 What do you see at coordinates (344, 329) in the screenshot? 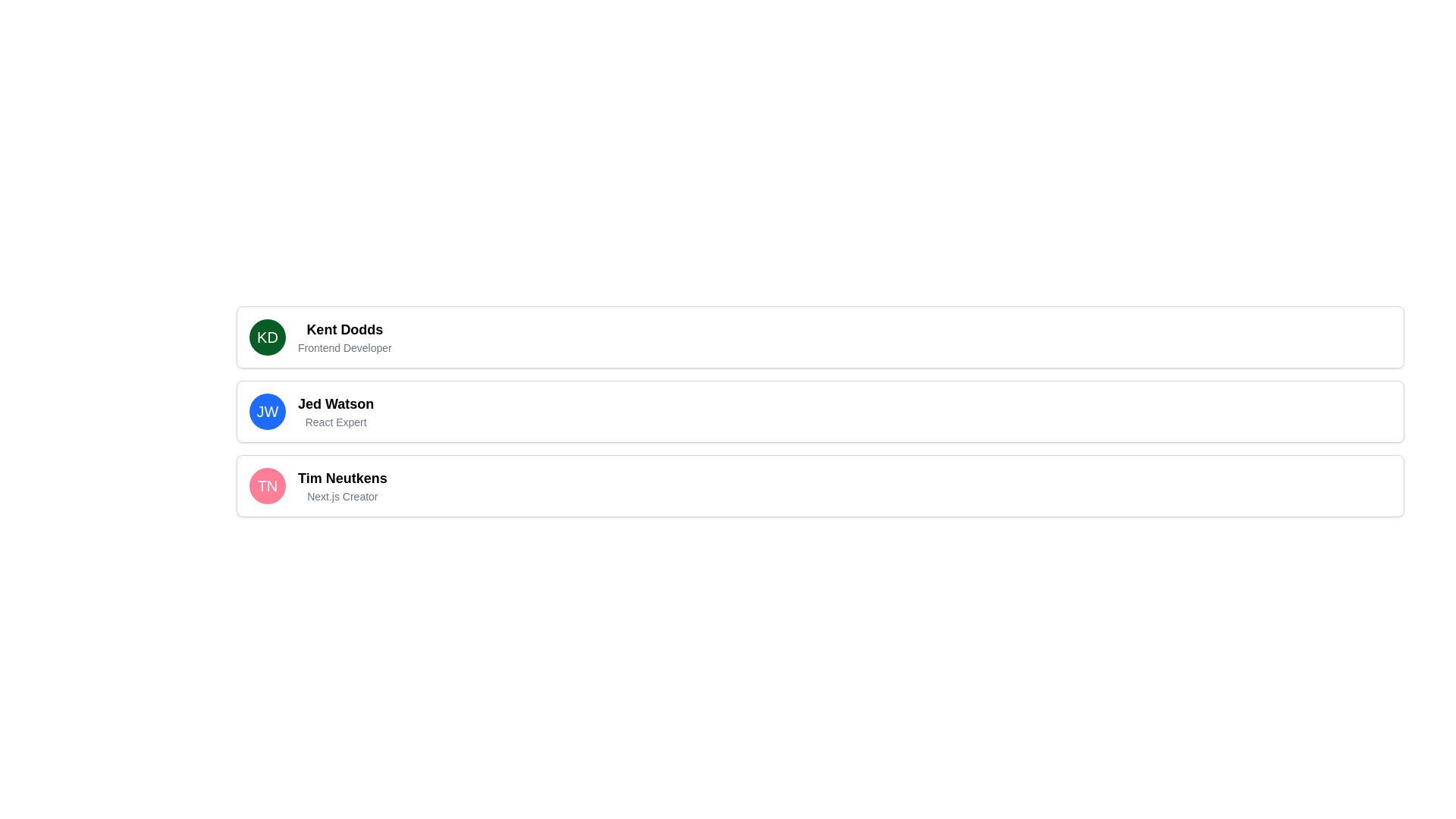
I see `the text label displaying 'Kent Dodds', which is styled in bold and larger font, located in the top-most card of a vertical list, above the 'Frontend Developer' label` at bounding box center [344, 329].